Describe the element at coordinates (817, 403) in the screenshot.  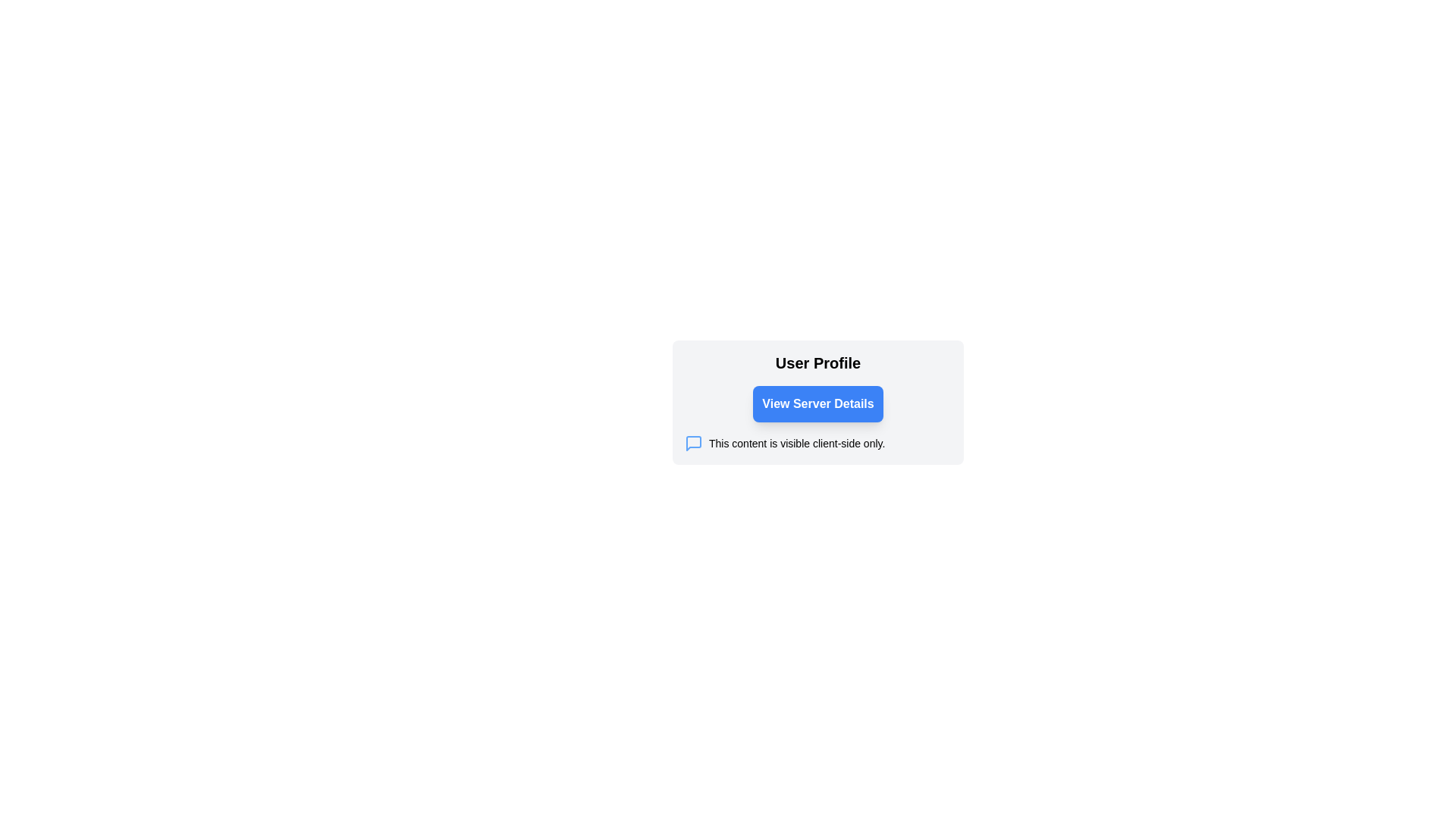
I see `the button for viewing server details` at that location.